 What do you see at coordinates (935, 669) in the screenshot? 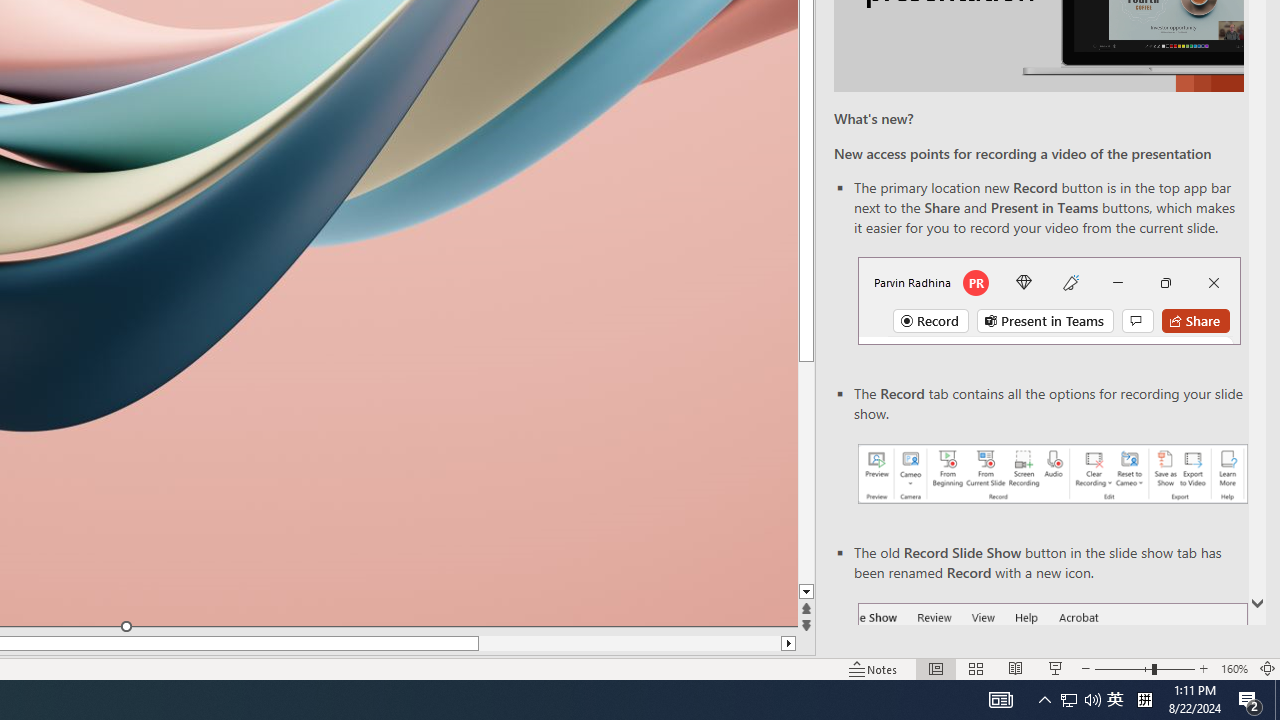
I see `'Normal'` at bounding box center [935, 669].